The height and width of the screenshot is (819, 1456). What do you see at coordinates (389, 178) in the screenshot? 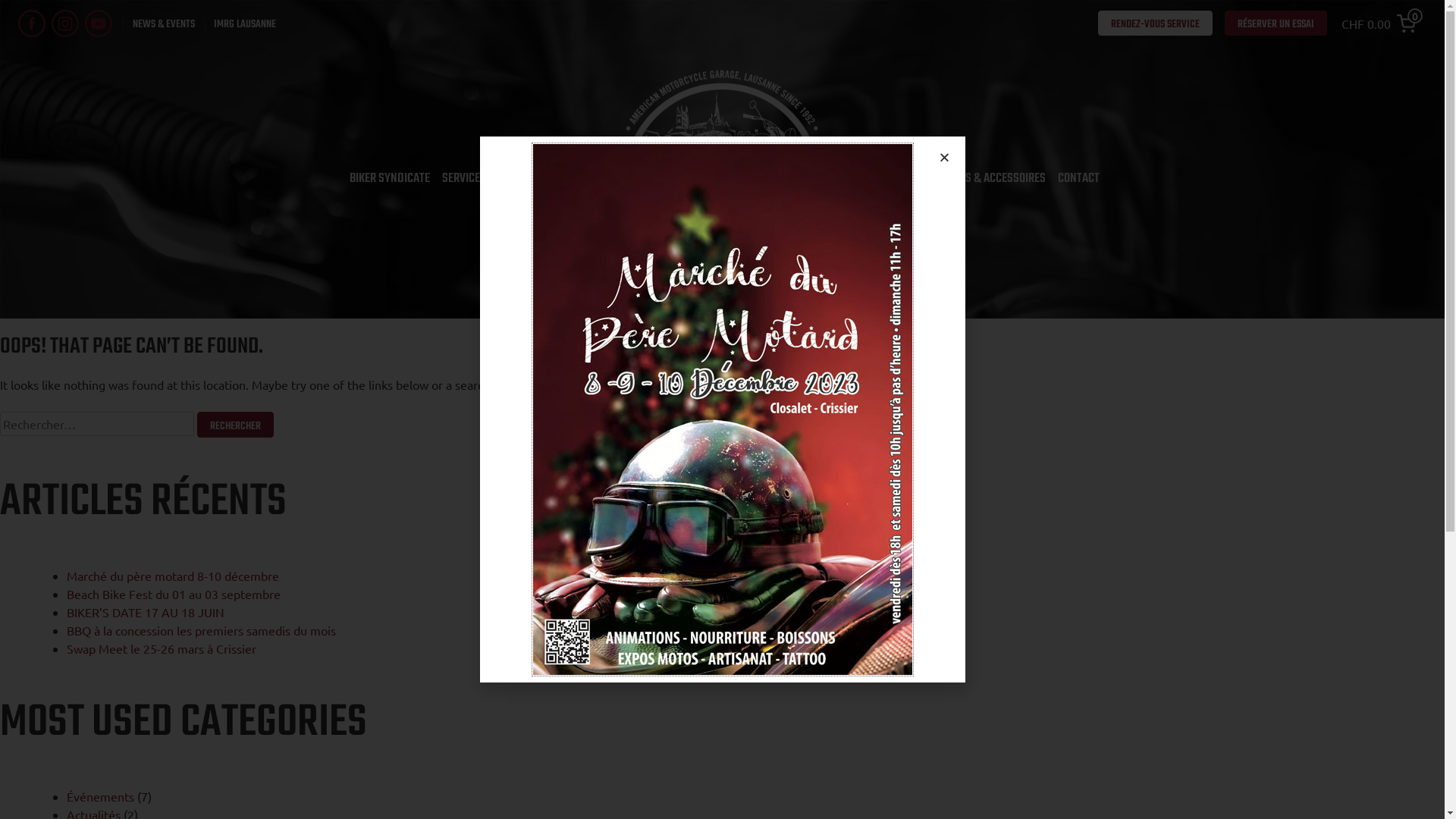
I see `'BIKER SYNDICATE'` at bounding box center [389, 178].